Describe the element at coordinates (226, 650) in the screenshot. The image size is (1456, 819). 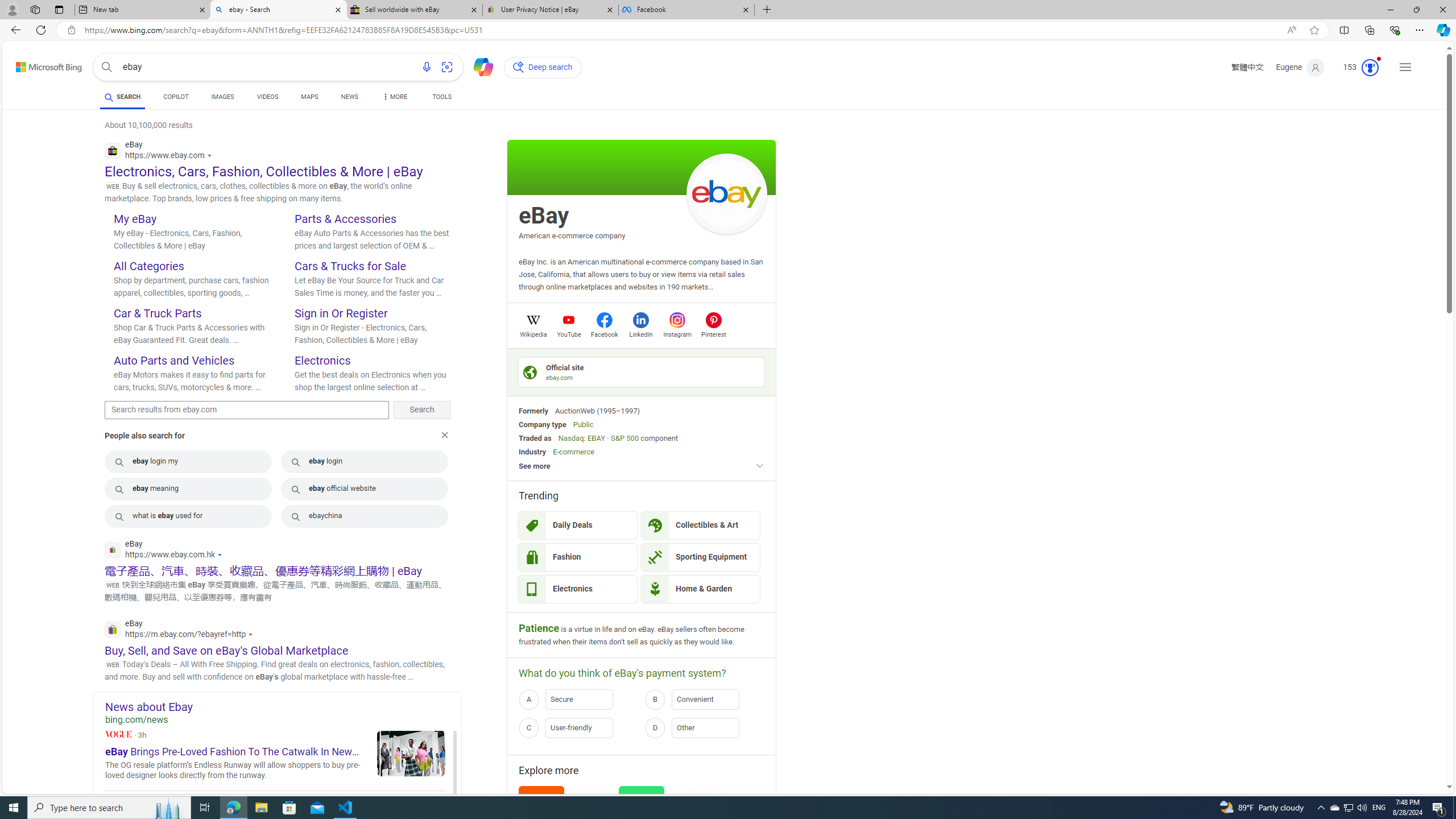
I see `'Buy, Sell, and Save on eBay'` at that location.